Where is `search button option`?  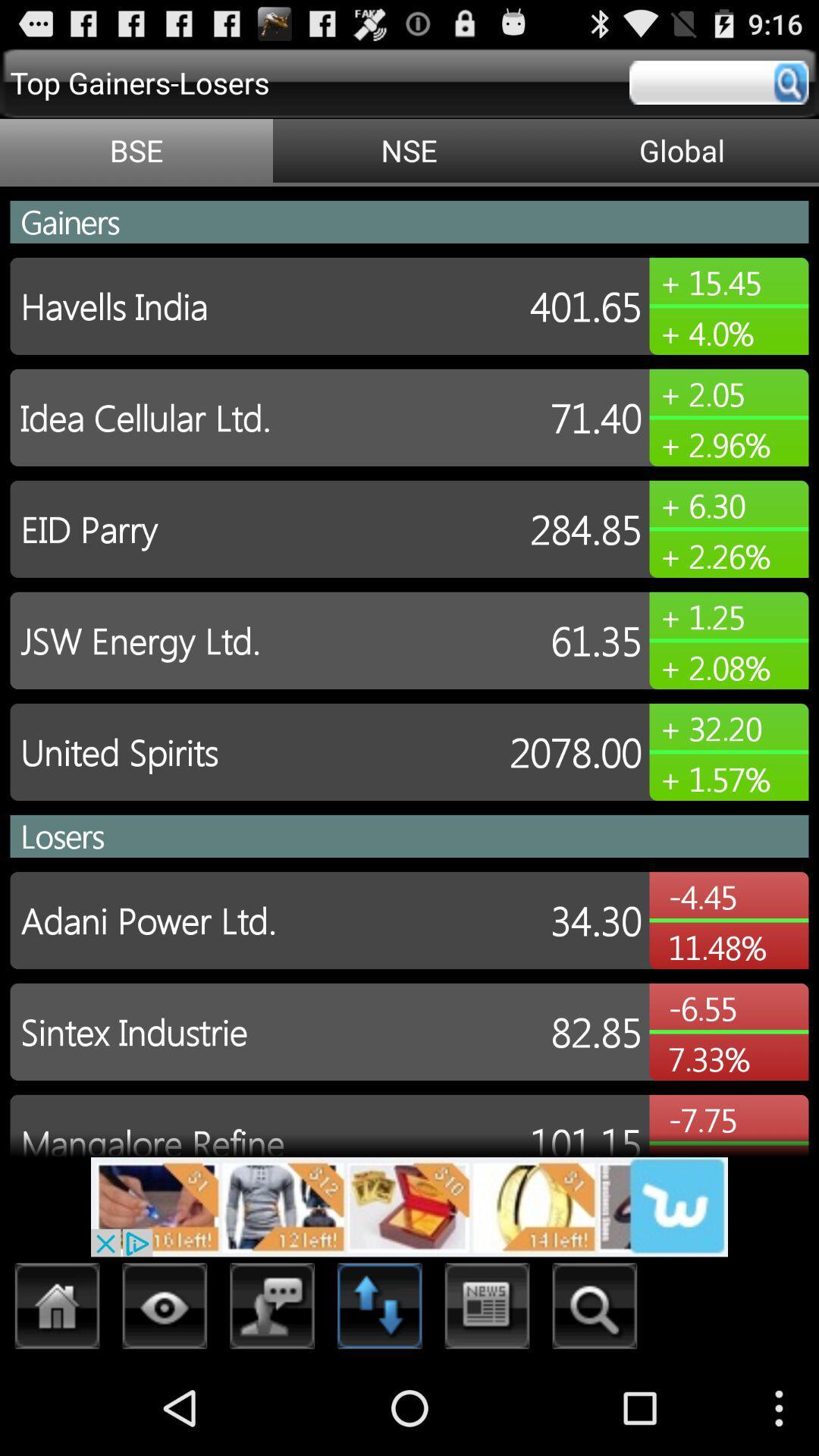
search button option is located at coordinates (594, 1310).